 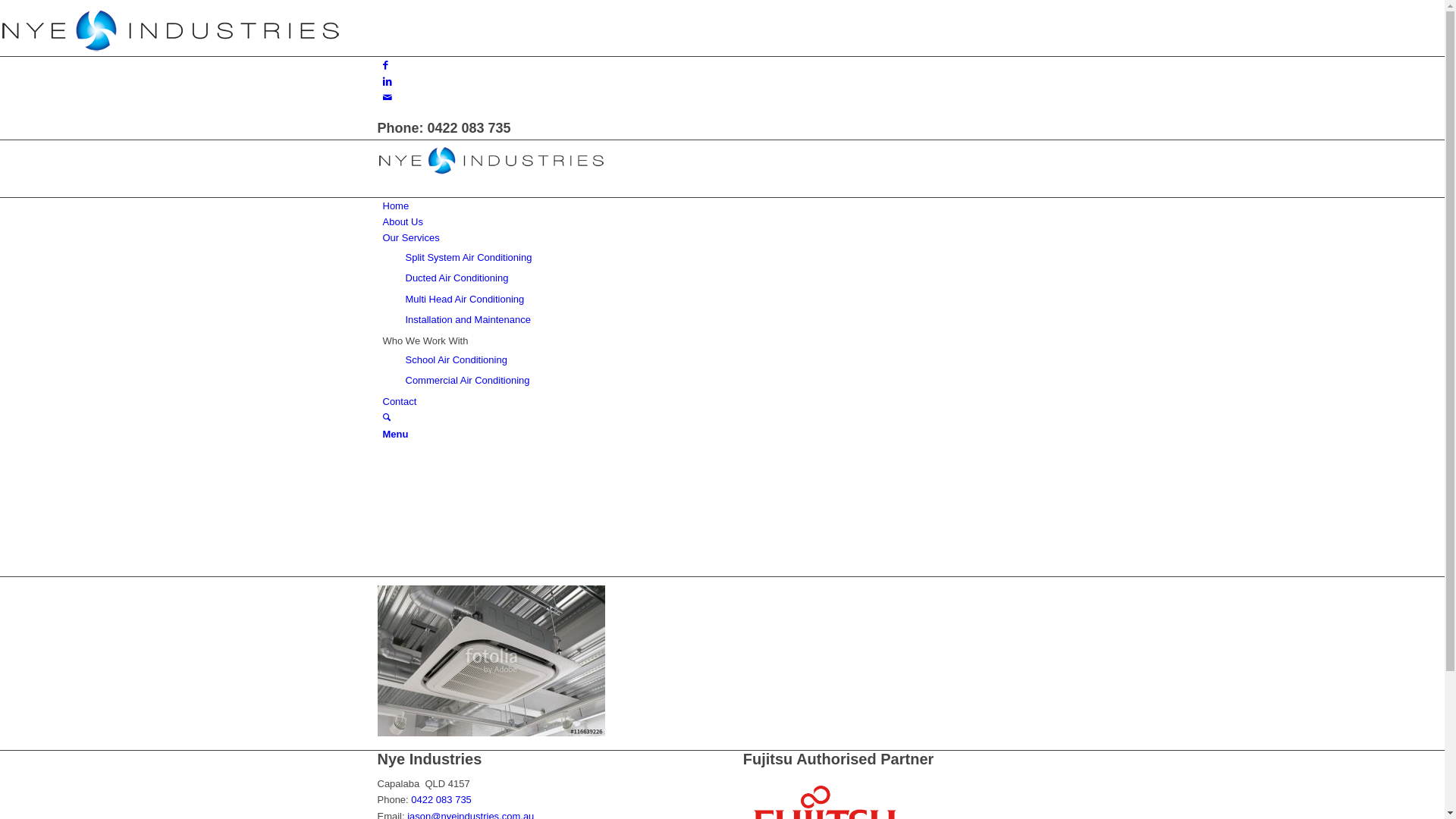 What do you see at coordinates (455, 278) in the screenshot?
I see `'Ducted Air Conditioning'` at bounding box center [455, 278].